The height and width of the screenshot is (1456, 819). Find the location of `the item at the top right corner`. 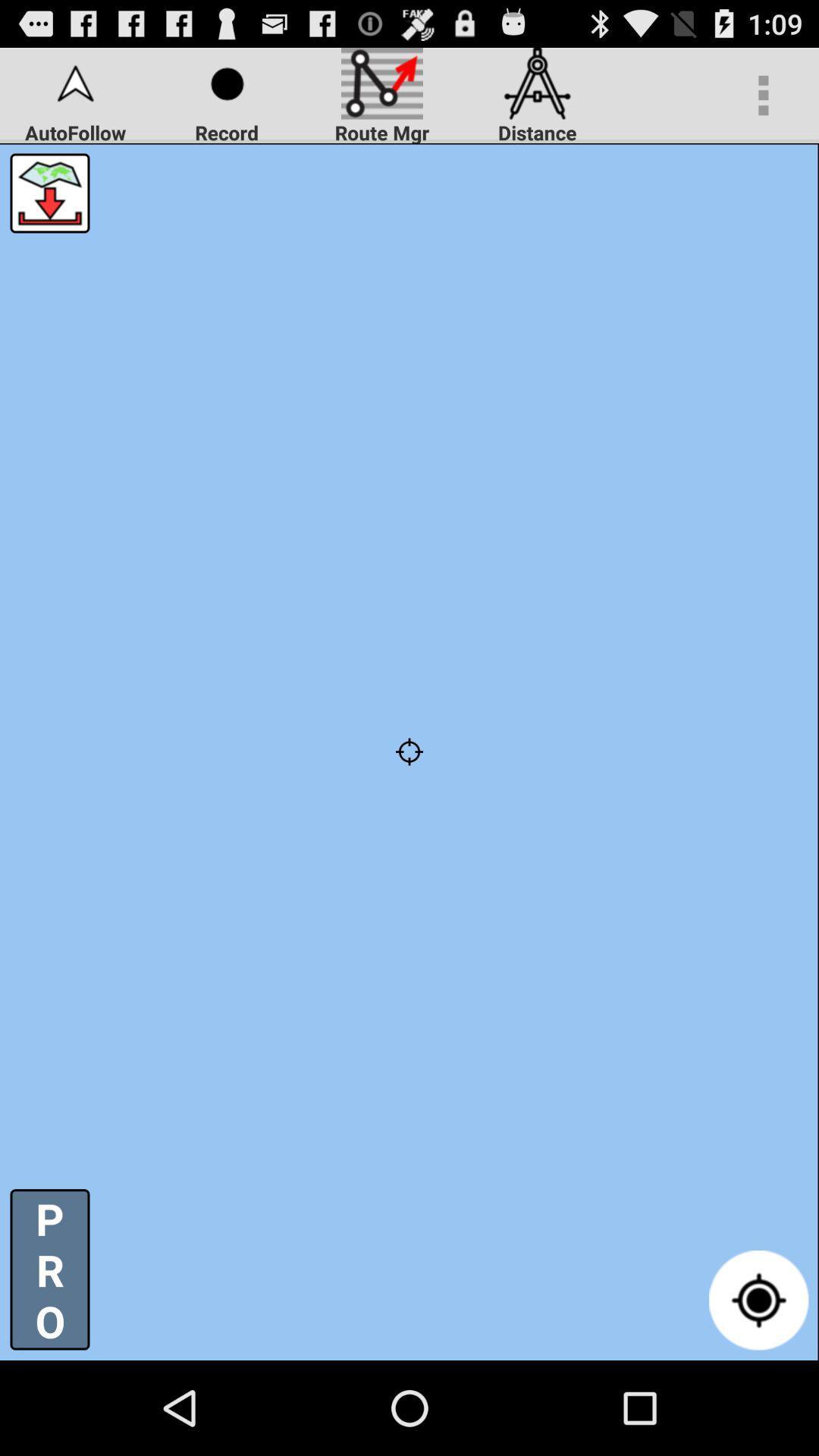

the item at the top right corner is located at coordinates (763, 94).